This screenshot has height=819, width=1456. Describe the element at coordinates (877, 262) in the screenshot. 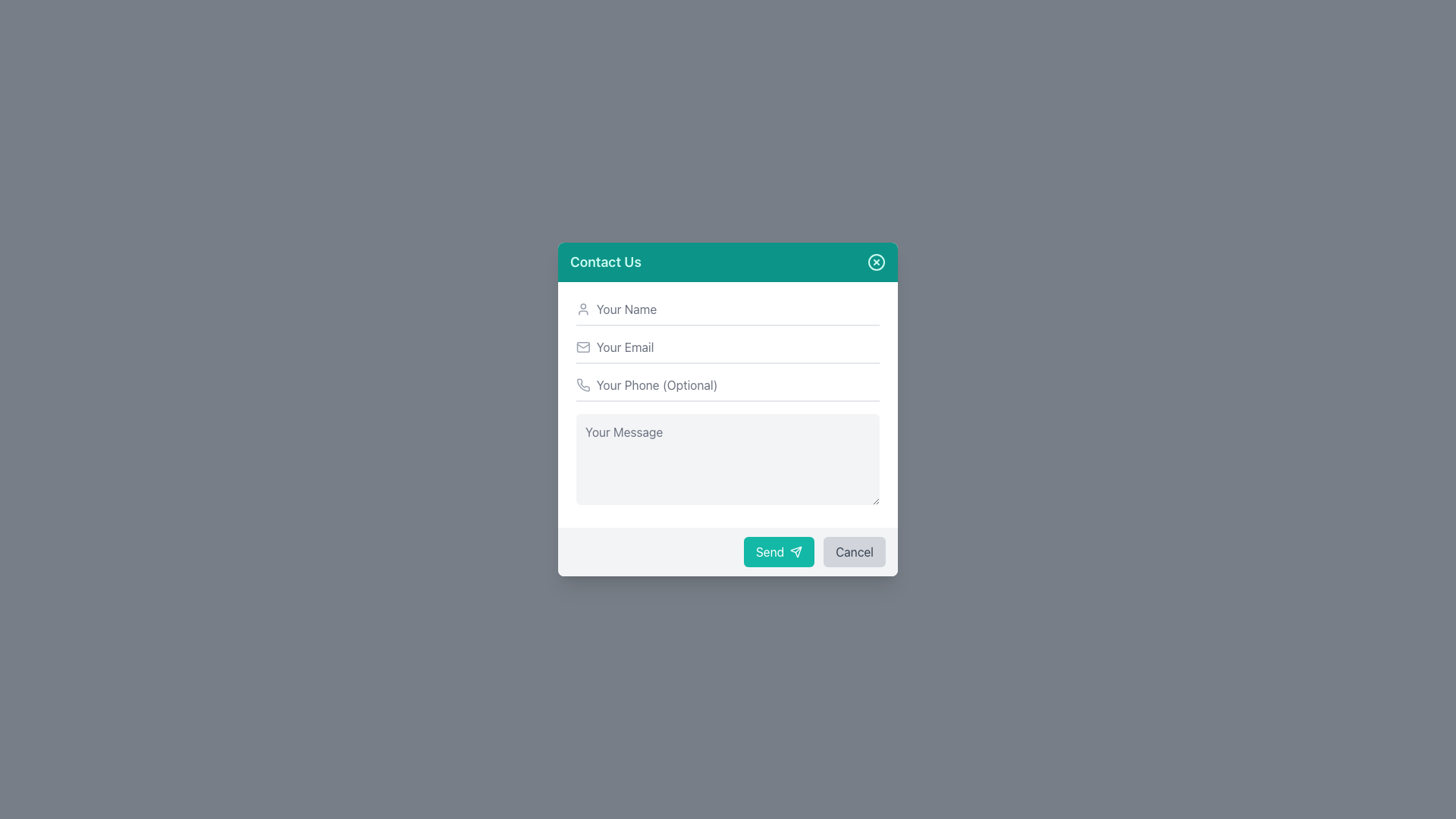

I see `the close button located at the top right of the 'Contact Us' header section in the modal window` at that location.